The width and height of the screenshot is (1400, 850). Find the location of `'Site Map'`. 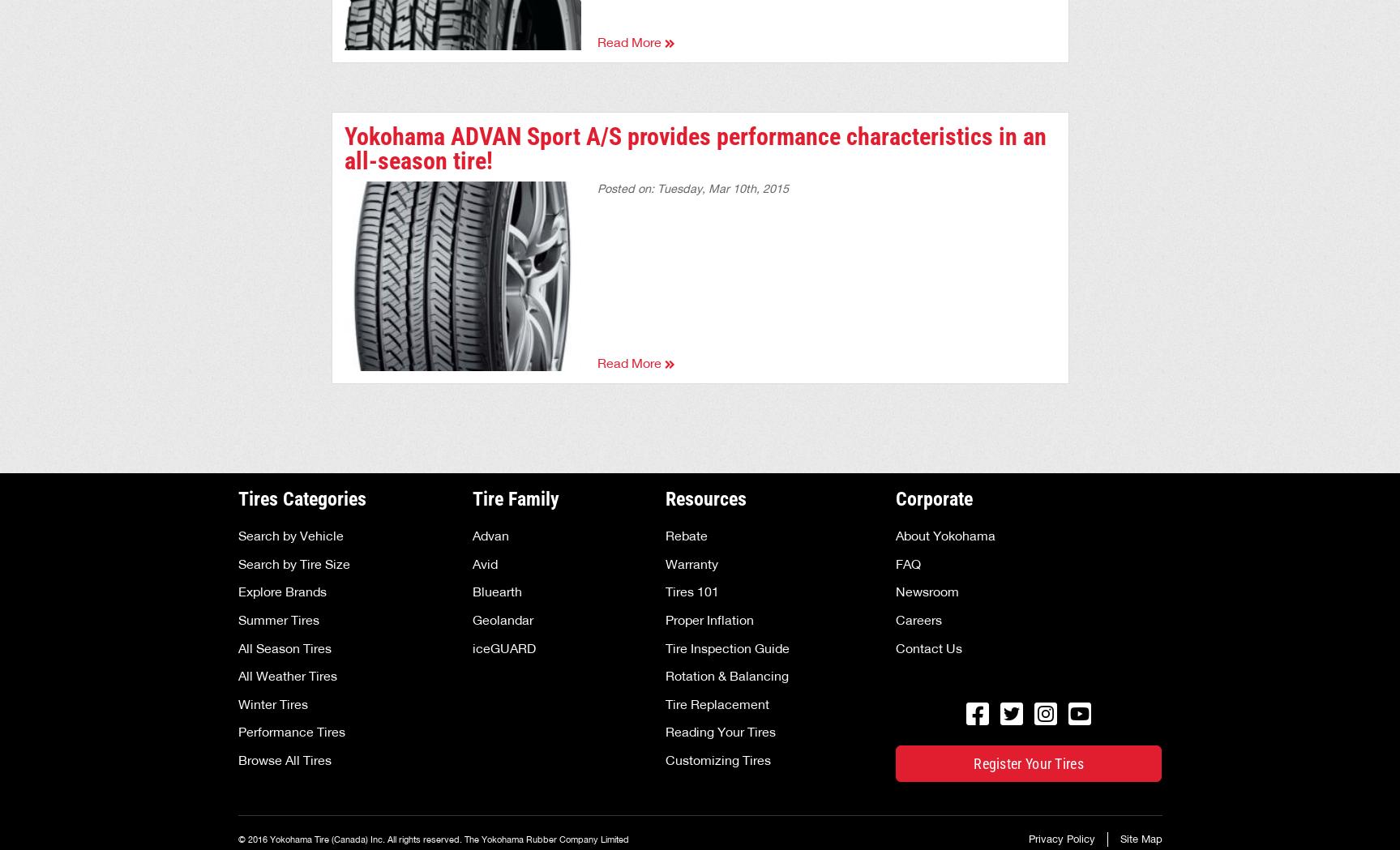

'Site Map' is located at coordinates (1140, 838).